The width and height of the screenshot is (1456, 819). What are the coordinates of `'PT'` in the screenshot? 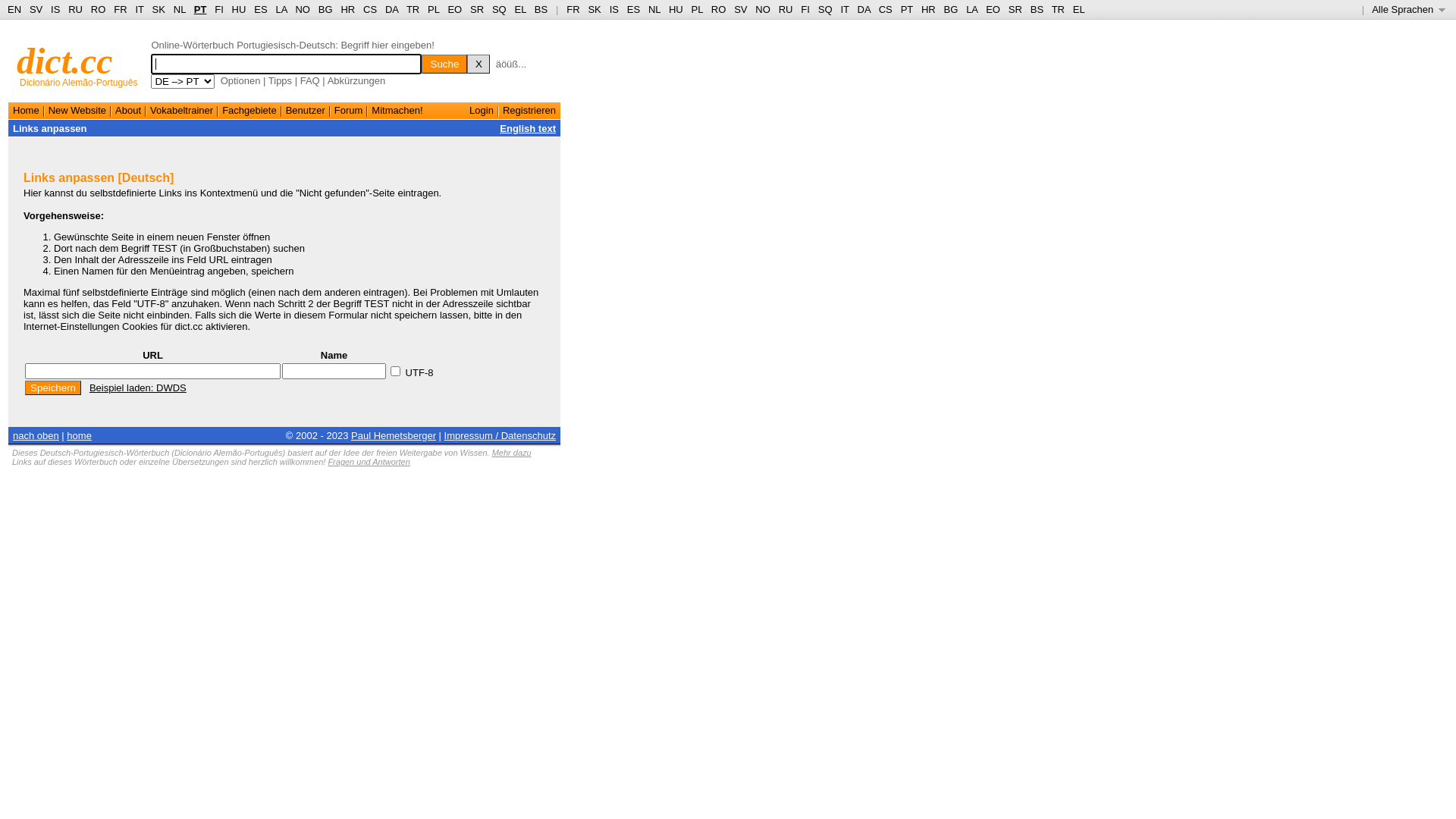 It's located at (906, 9).